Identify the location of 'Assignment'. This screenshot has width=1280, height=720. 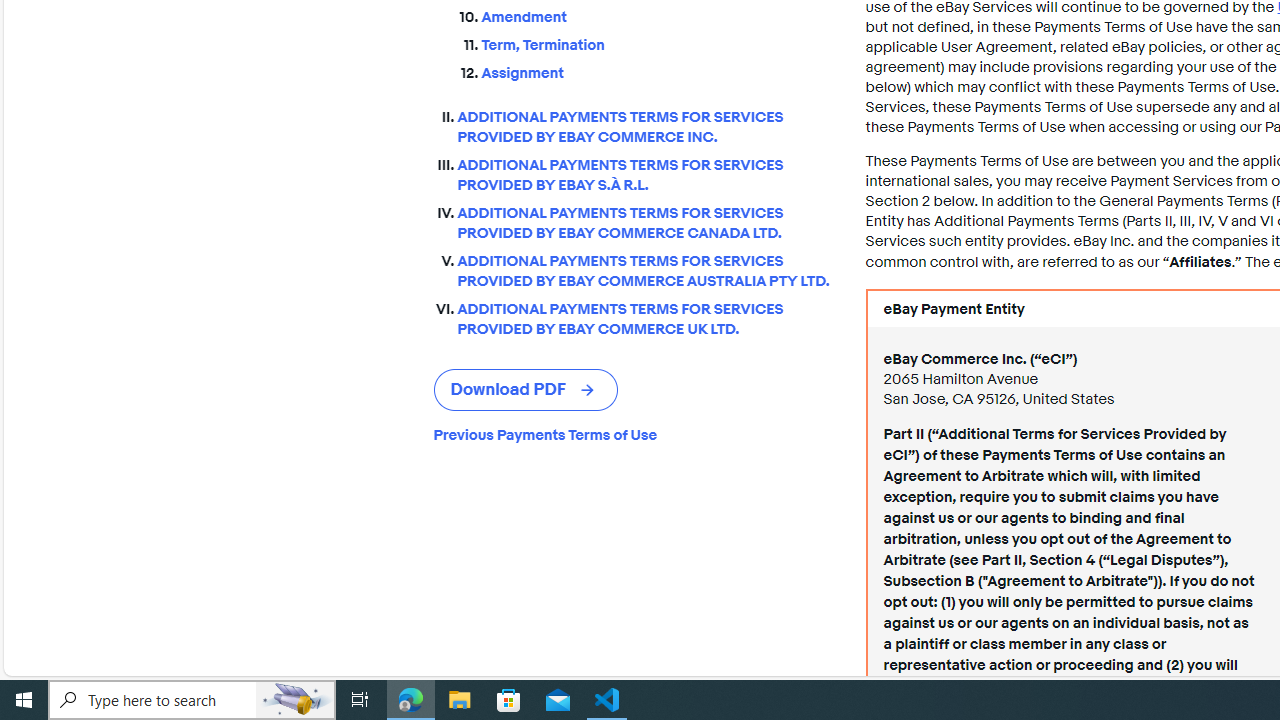
(657, 72).